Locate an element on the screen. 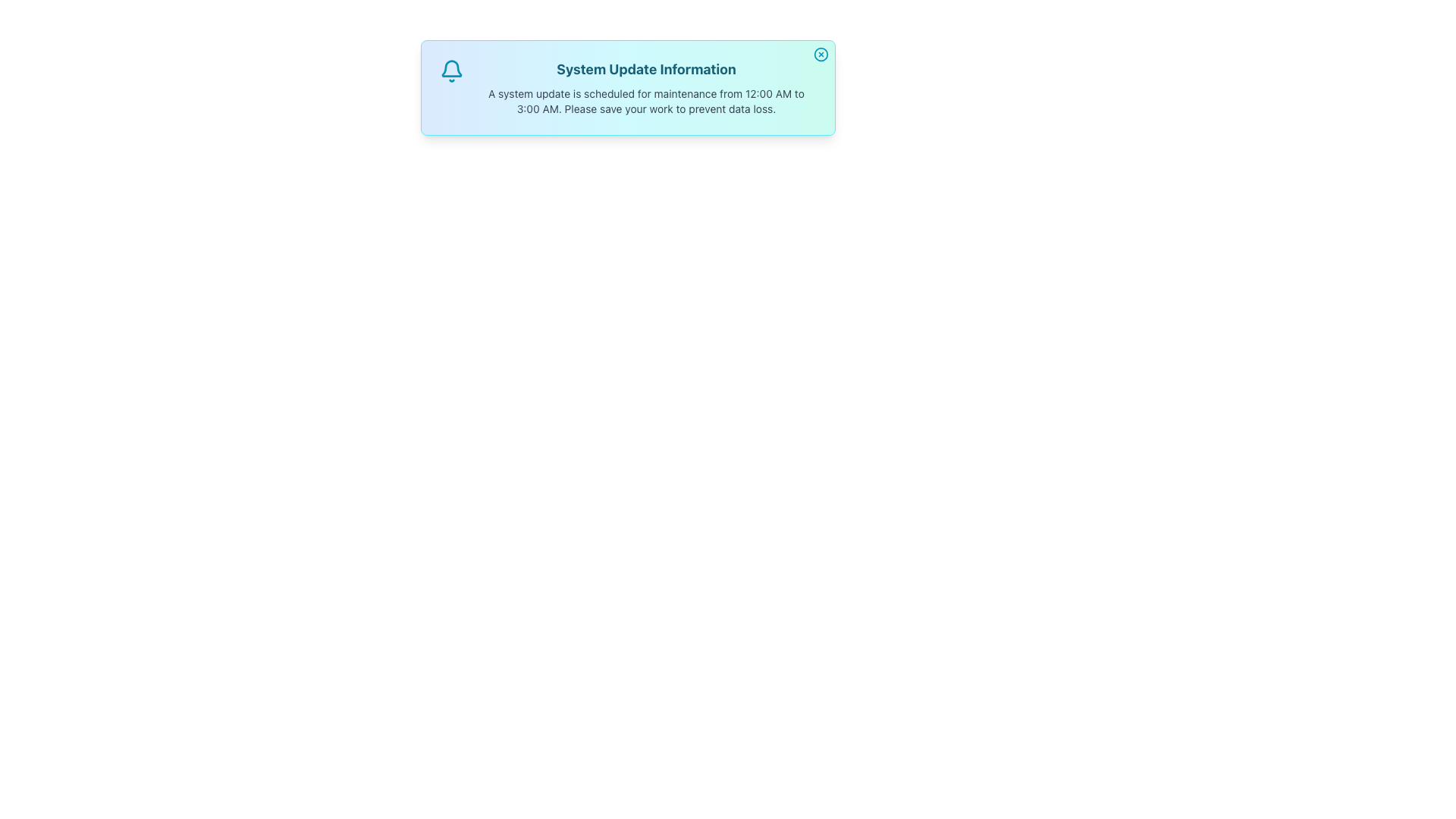  the text label providing information about the scheduled system update, located centrally below the heading 'System Update Information' within a light blue rectangular card is located at coordinates (646, 102).